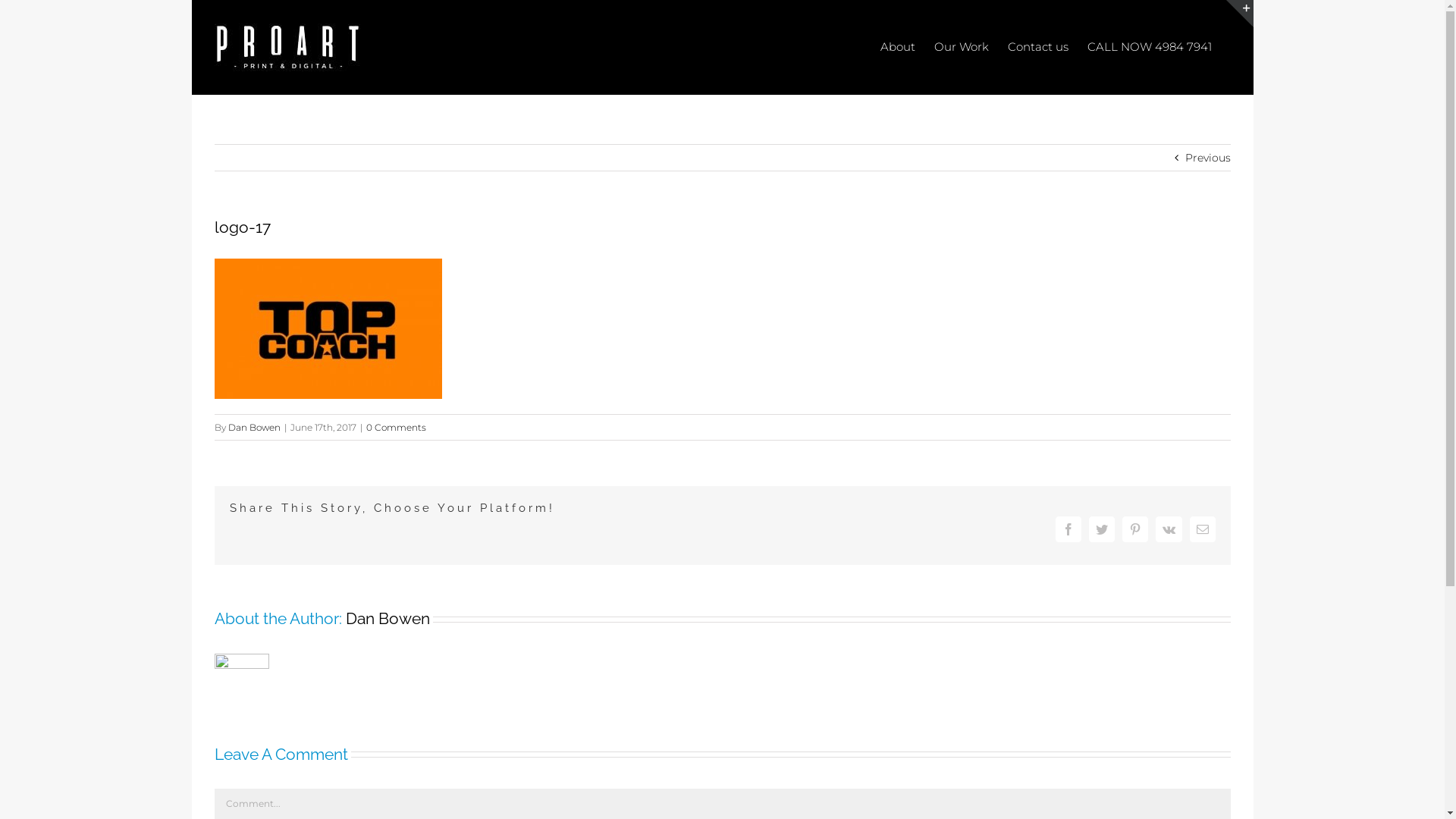 The width and height of the screenshot is (1456, 819). Describe the element at coordinates (896, 45) in the screenshot. I see `'About'` at that location.